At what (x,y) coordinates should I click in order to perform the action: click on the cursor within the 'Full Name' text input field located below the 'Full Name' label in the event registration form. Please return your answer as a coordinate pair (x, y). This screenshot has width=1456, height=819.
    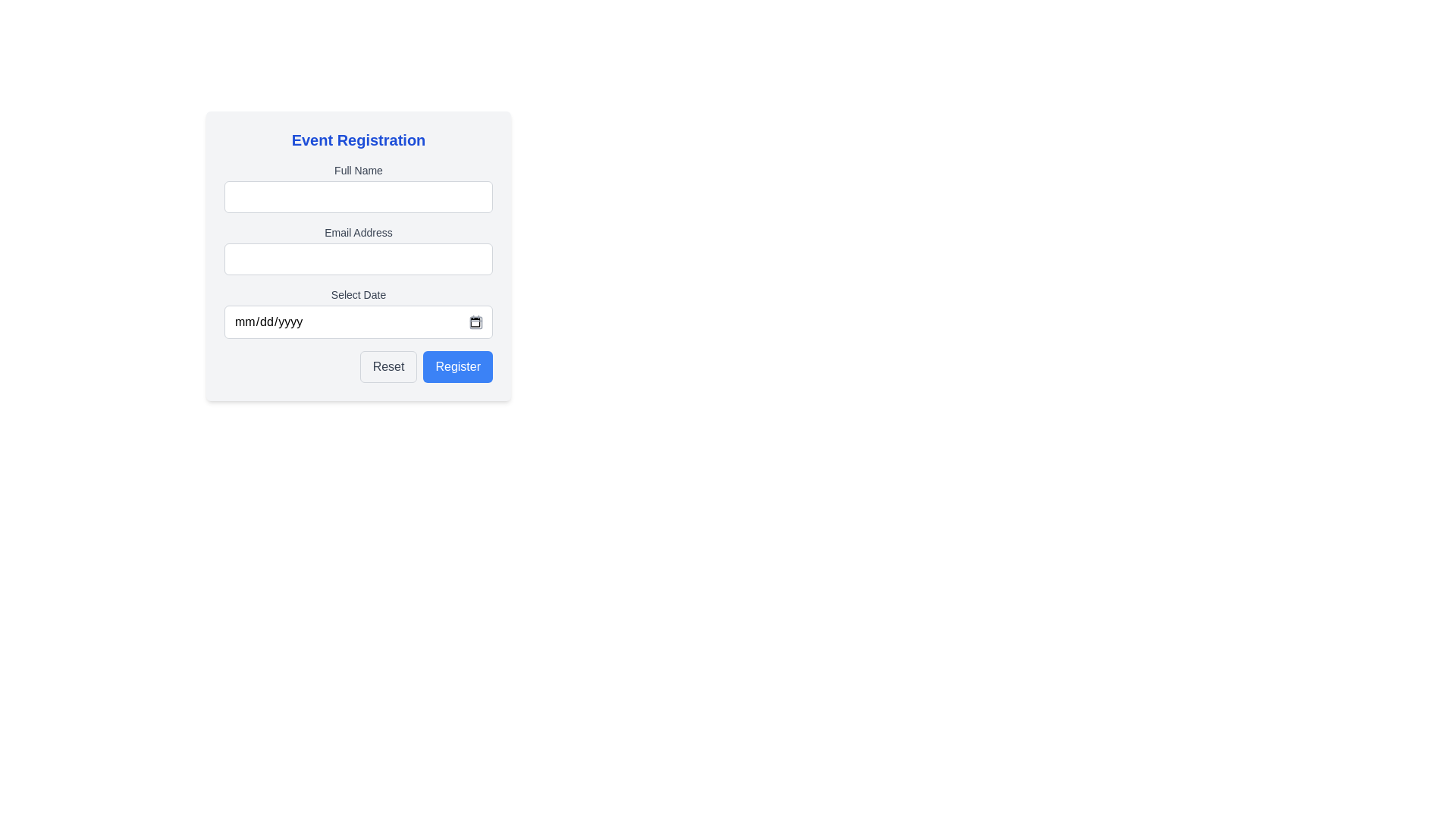
    Looking at the image, I should click on (358, 196).